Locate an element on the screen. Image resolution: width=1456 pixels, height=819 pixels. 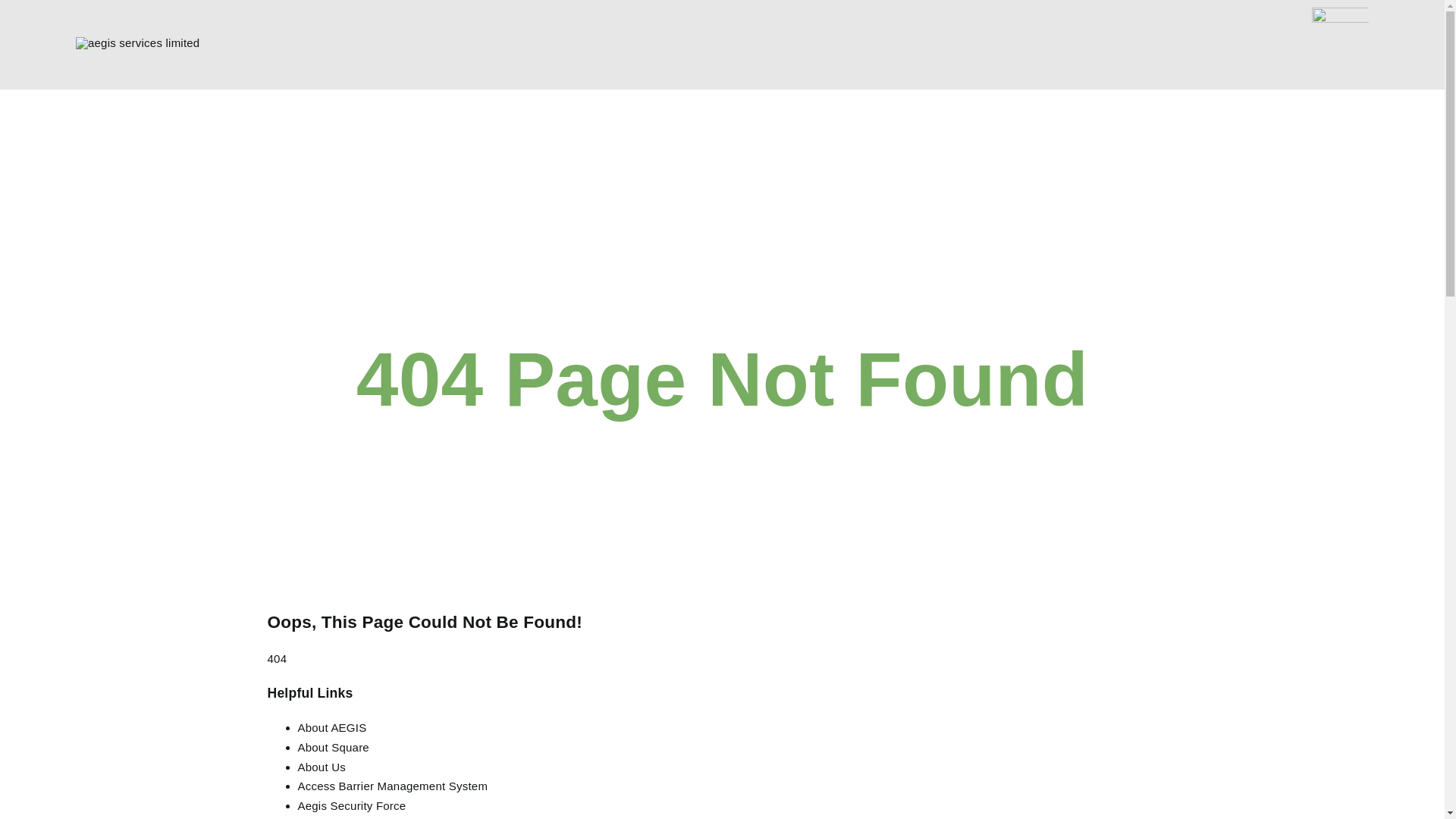
'Access Barrier Management System' is located at coordinates (392, 785).